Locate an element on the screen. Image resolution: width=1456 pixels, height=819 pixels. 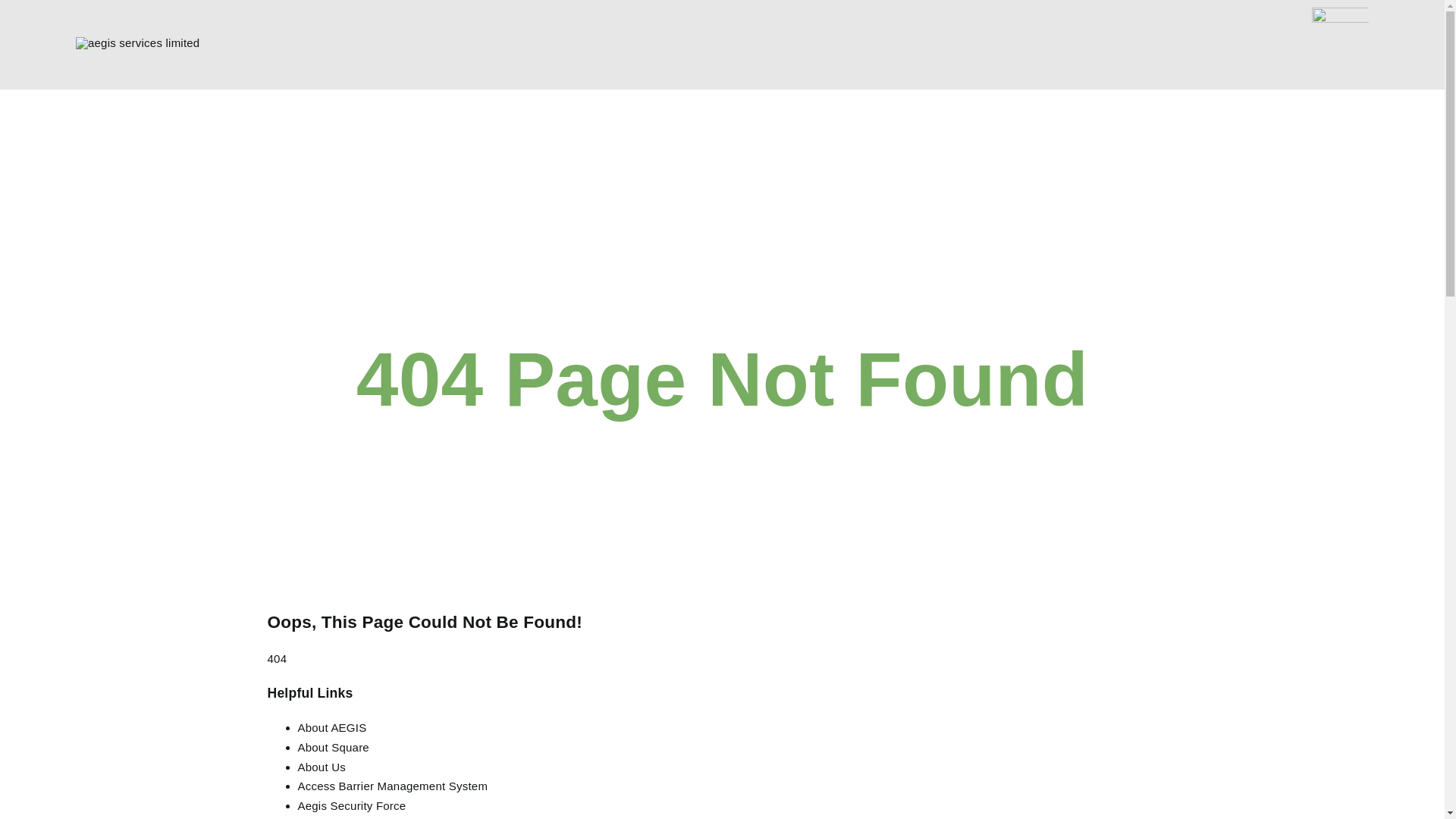
'Access Barrier Management System' is located at coordinates (392, 785).